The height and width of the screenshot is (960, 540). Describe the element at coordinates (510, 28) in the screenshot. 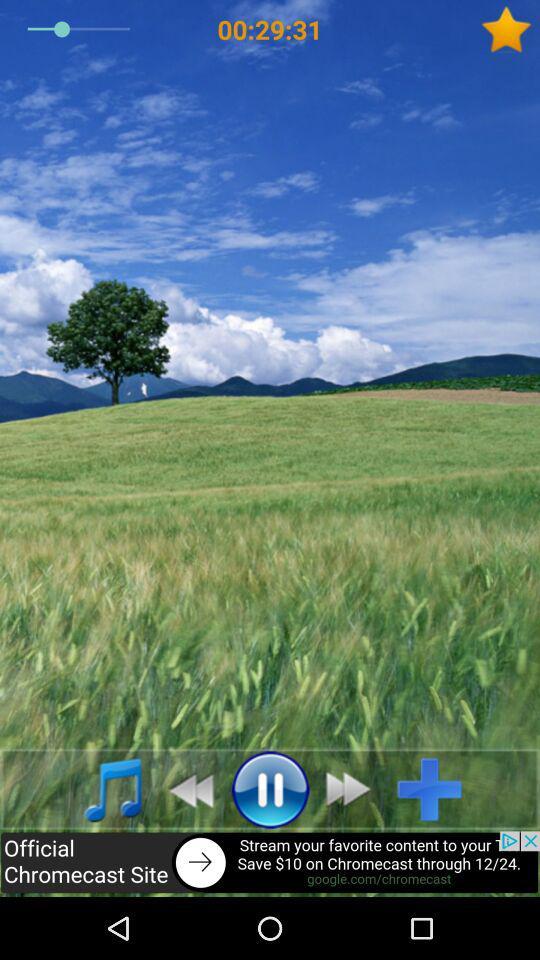

I see `favorite` at that location.